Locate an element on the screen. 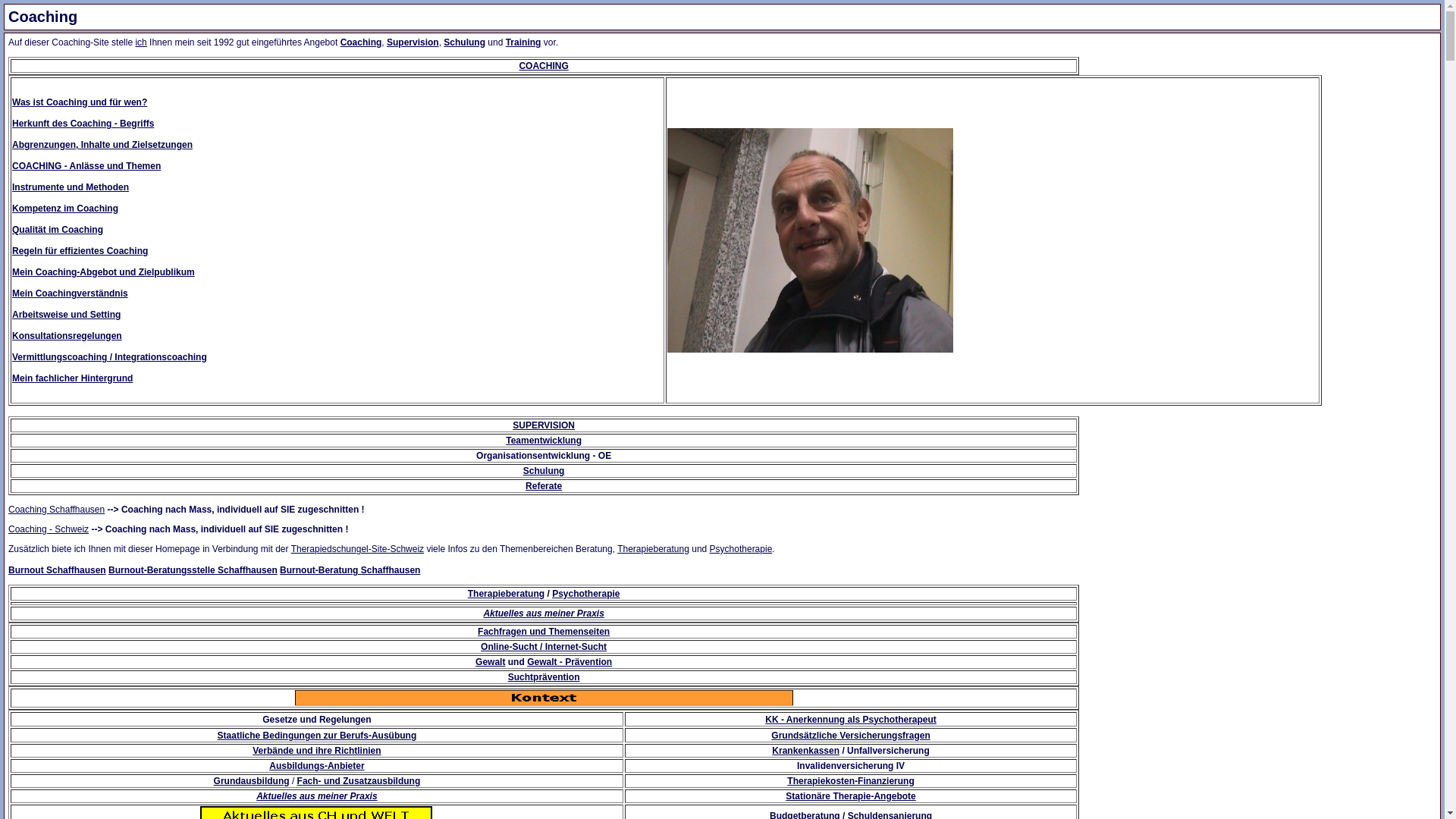 The width and height of the screenshot is (1456, 819). 'Aktuelles aus meiner Praxis' is located at coordinates (315, 795).